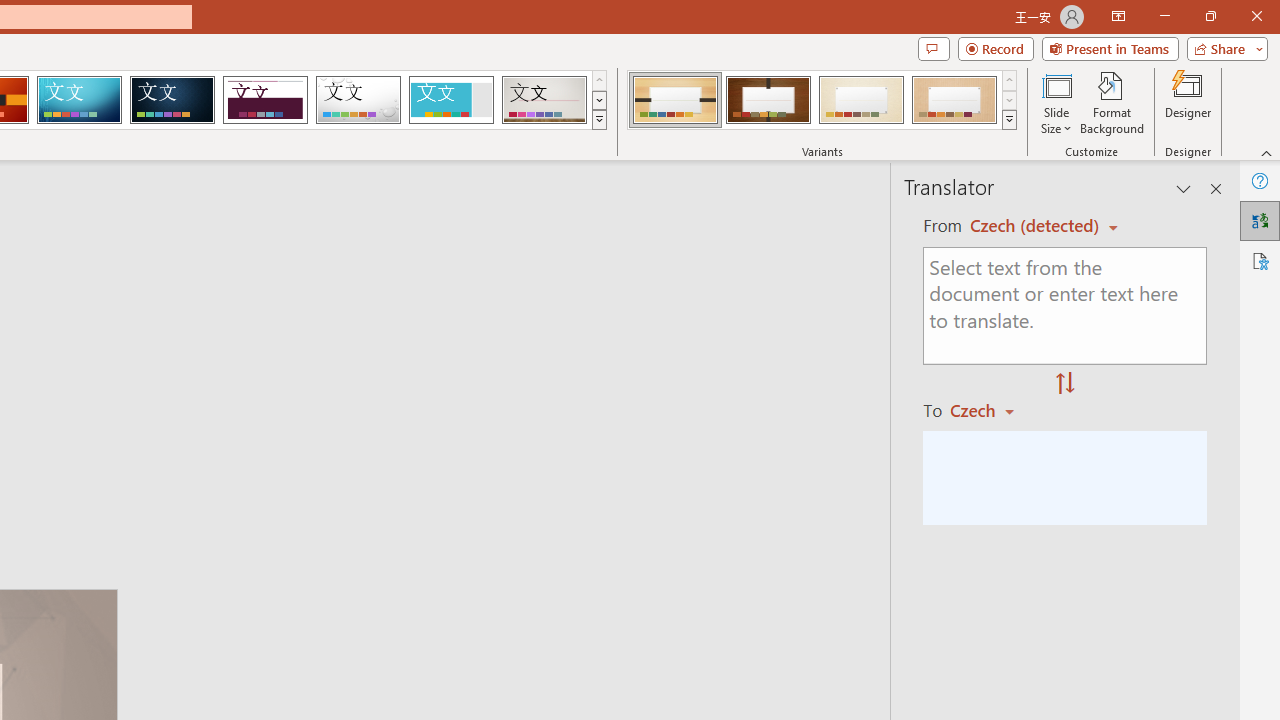 This screenshot has width=1280, height=720. I want to click on 'Droplet', so click(358, 100).